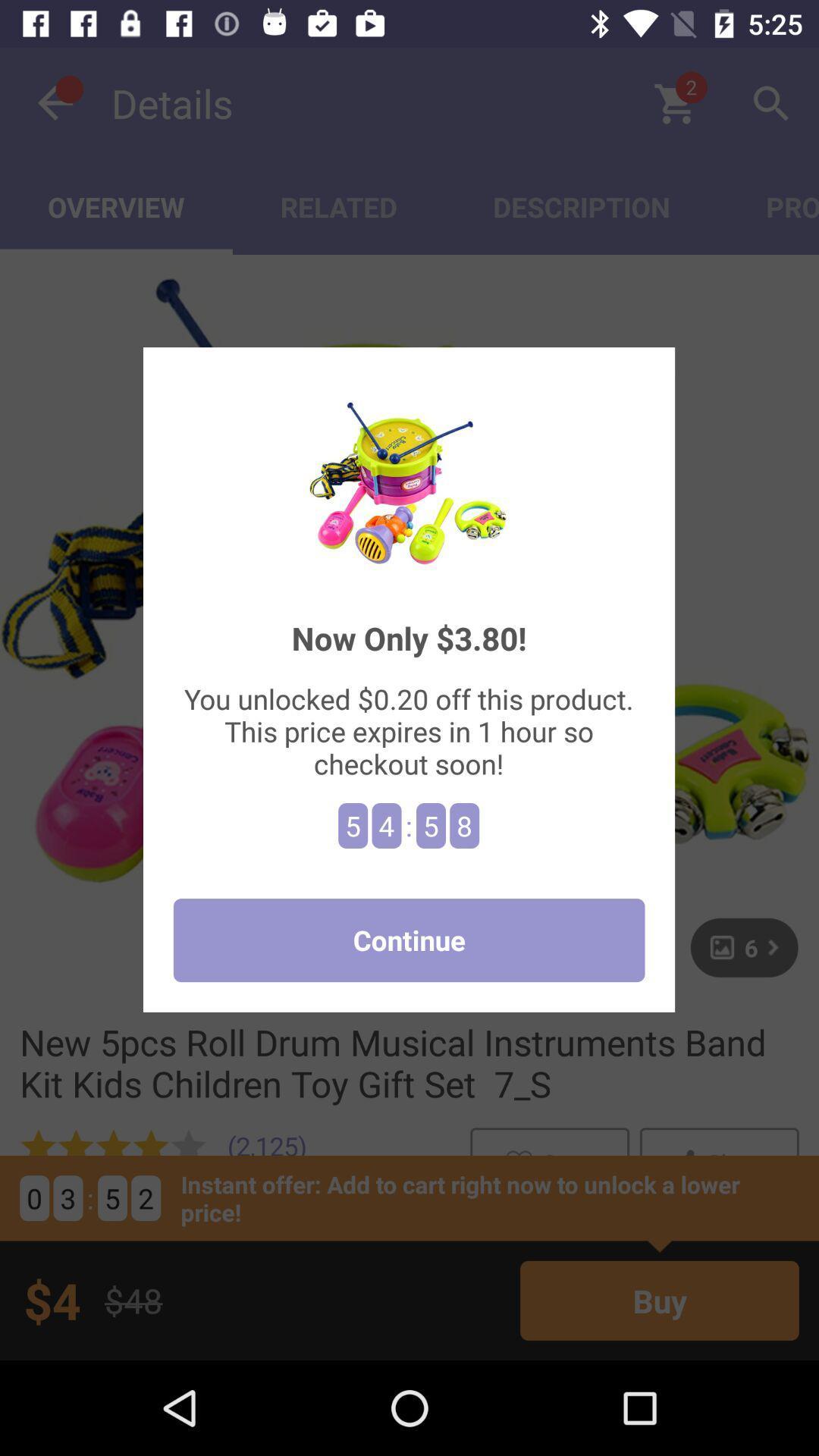 The image size is (819, 1456). I want to click on the item below the 5 item, so click(408, 940).